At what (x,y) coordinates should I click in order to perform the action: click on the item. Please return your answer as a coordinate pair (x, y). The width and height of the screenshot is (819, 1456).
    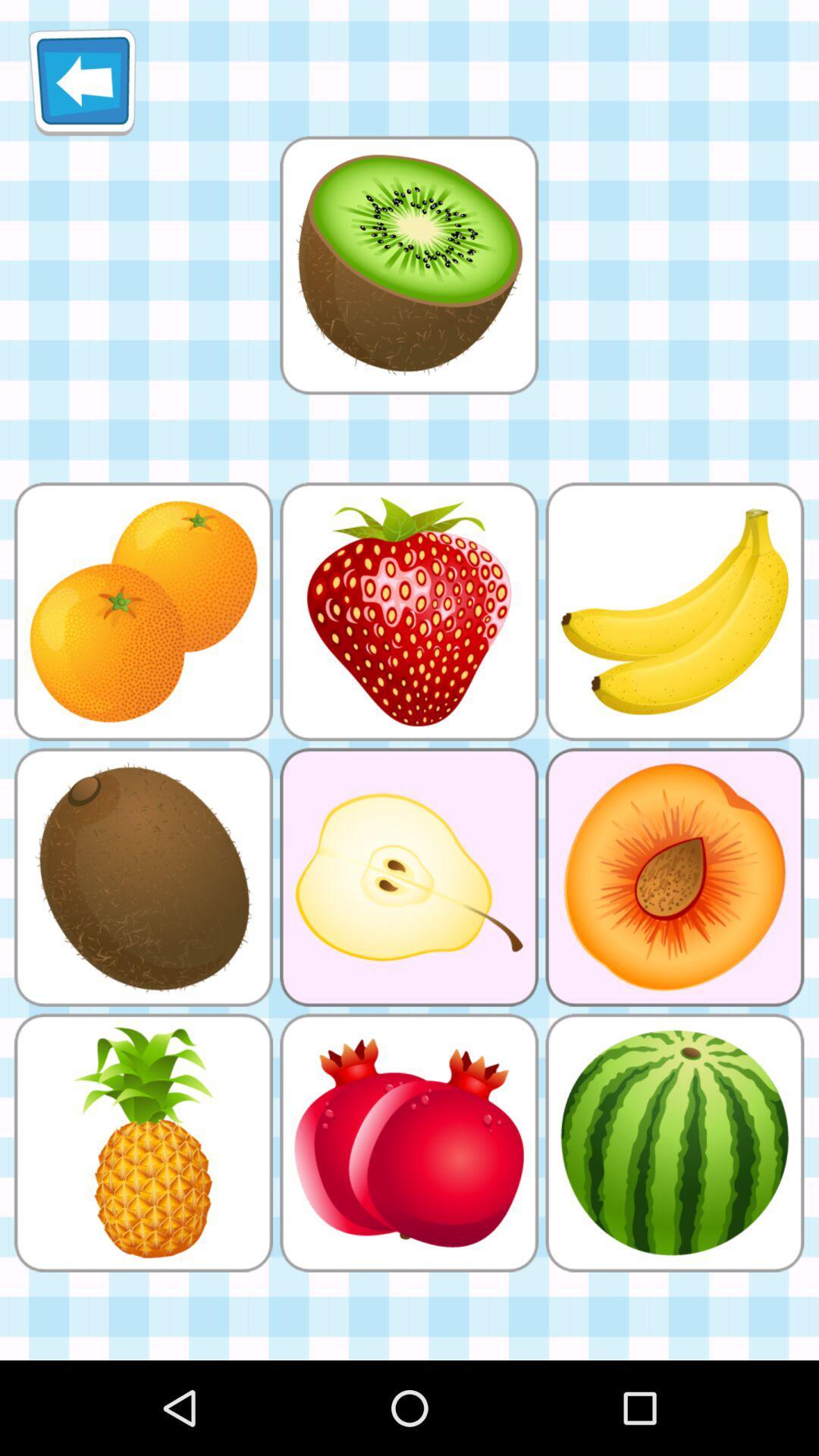
    Looking at the image, I should click on (408, 265).